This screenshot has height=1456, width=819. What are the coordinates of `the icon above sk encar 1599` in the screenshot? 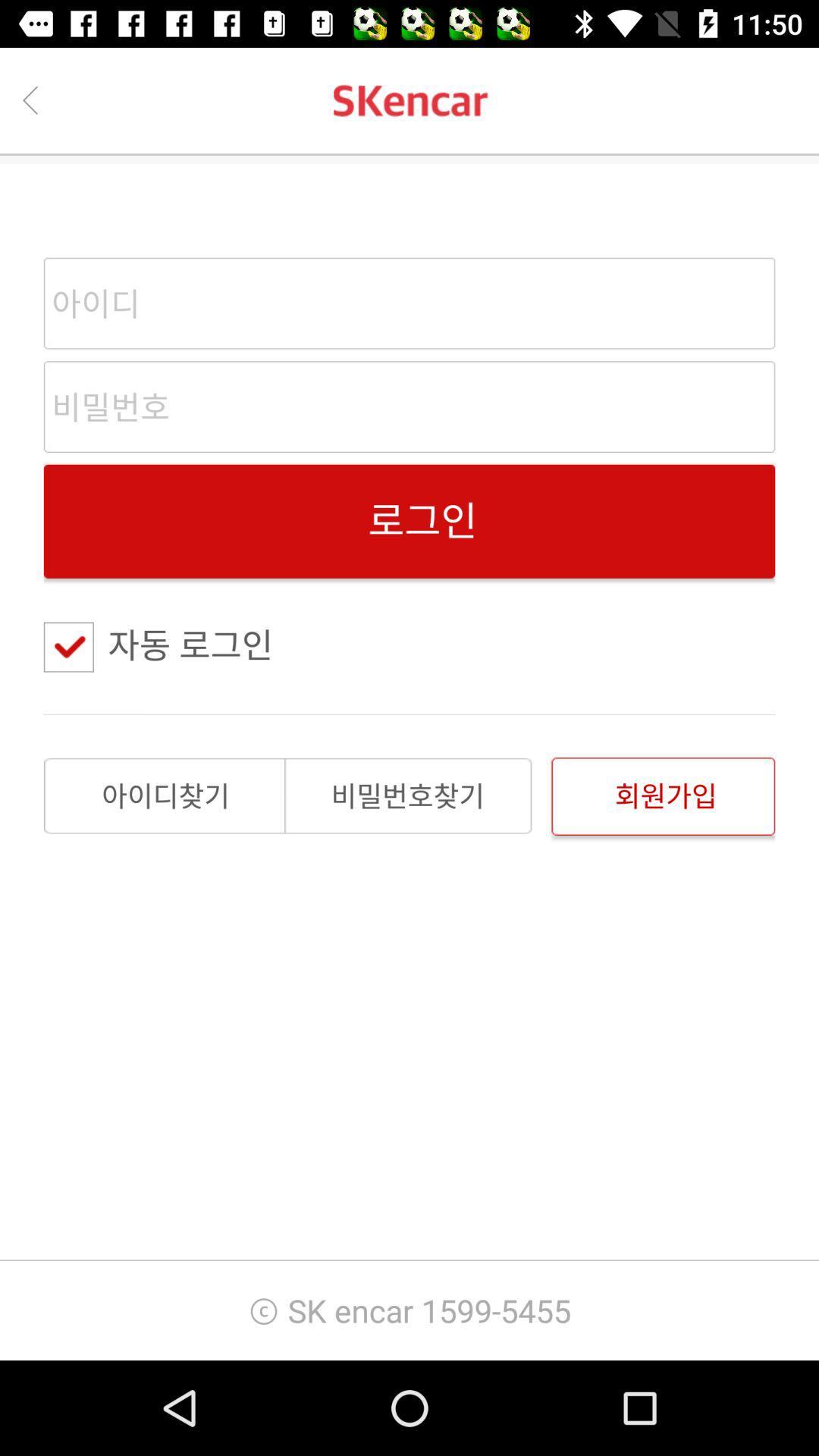 It's located at (662, 795).